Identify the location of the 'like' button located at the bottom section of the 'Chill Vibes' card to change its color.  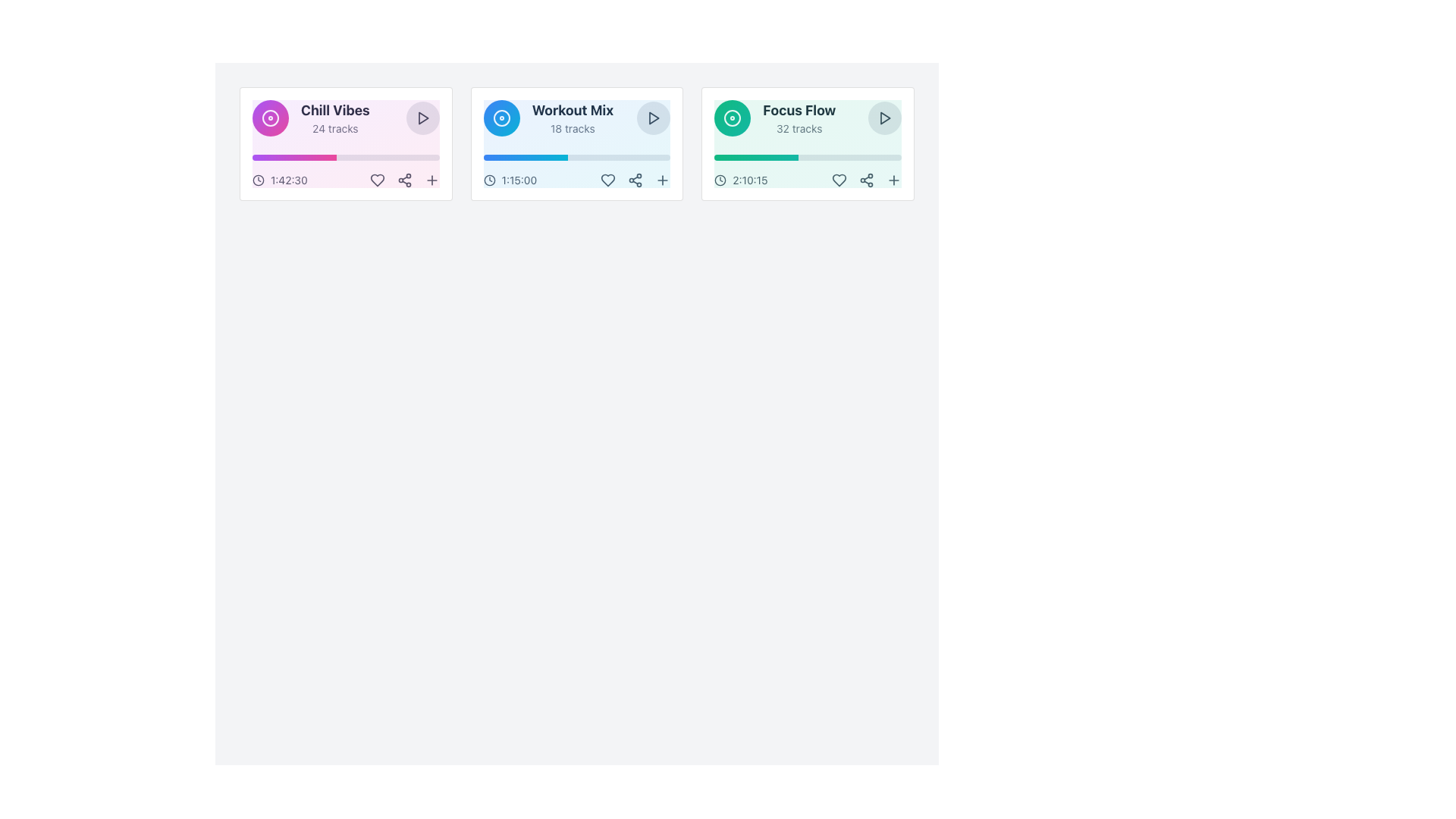
(377, 180).